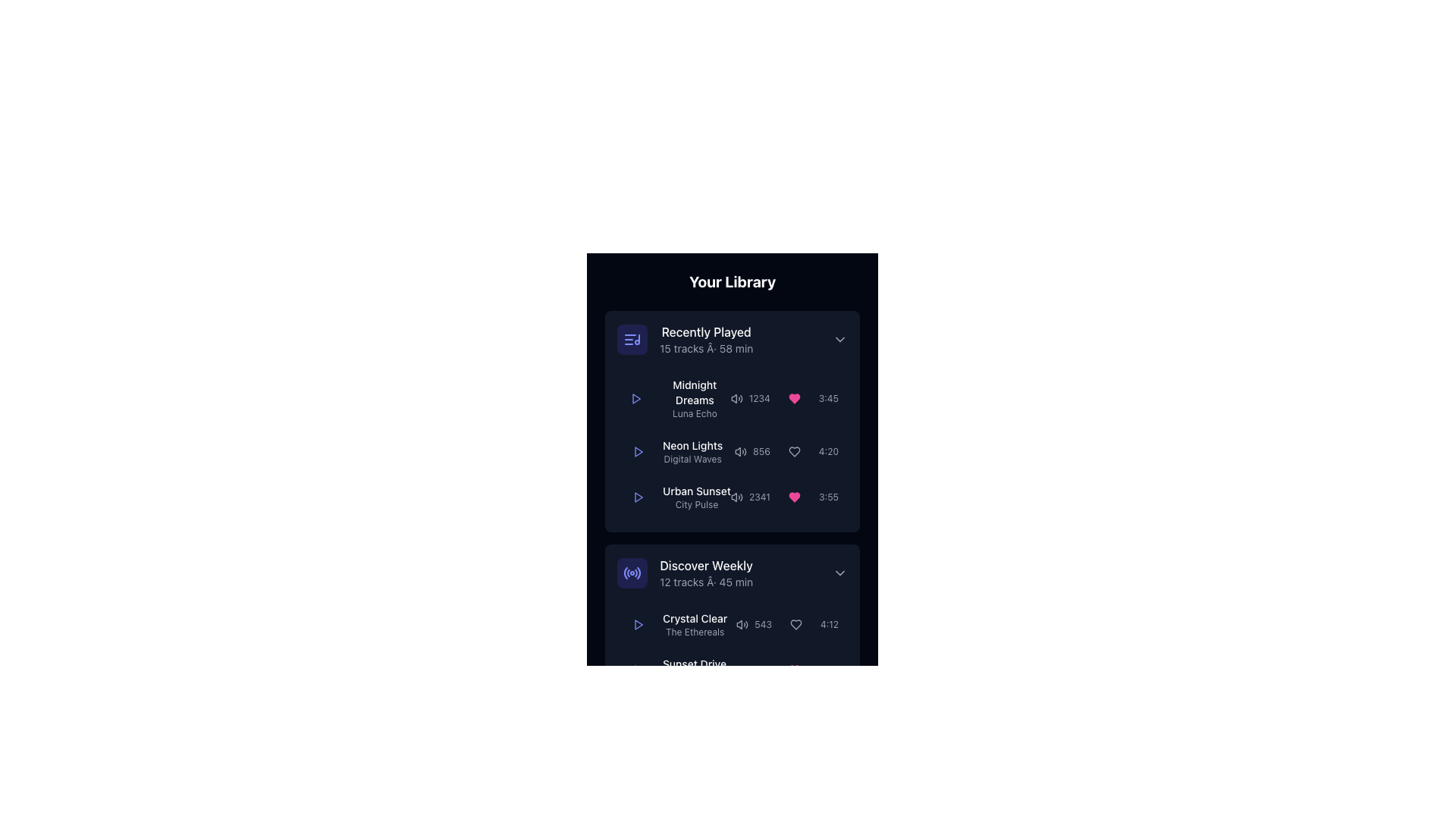 The image size is (1456, 819). Describe the element at coordinates (705, 581) in the screenshot. I see `the Text Label element that displays playlist details, stating '12 tracks • 45 min', positioned below the 'Discover Weekly' title` at that location.